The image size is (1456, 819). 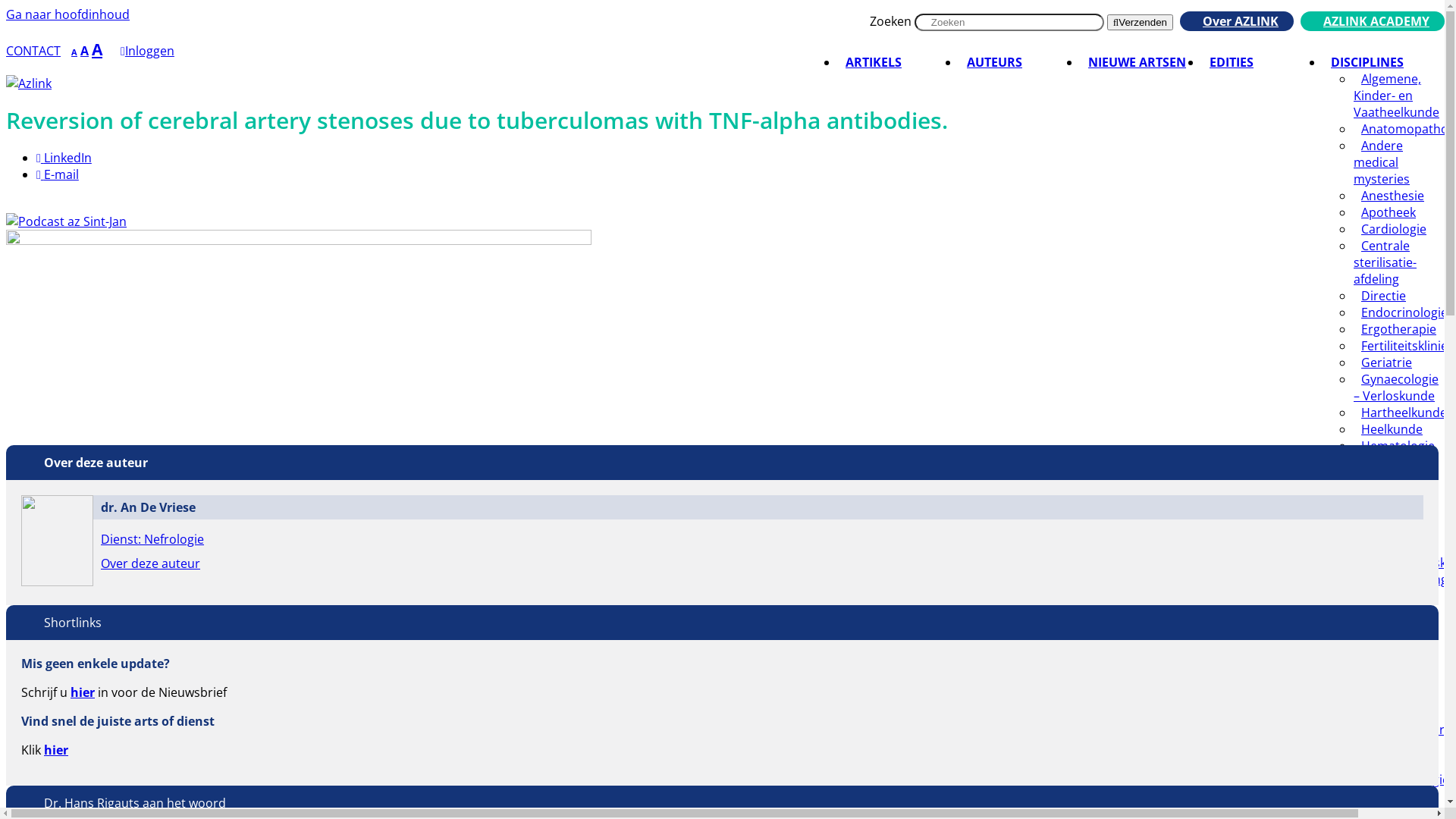 I want to click on 'CONTACT', so click(x=33, y=49).